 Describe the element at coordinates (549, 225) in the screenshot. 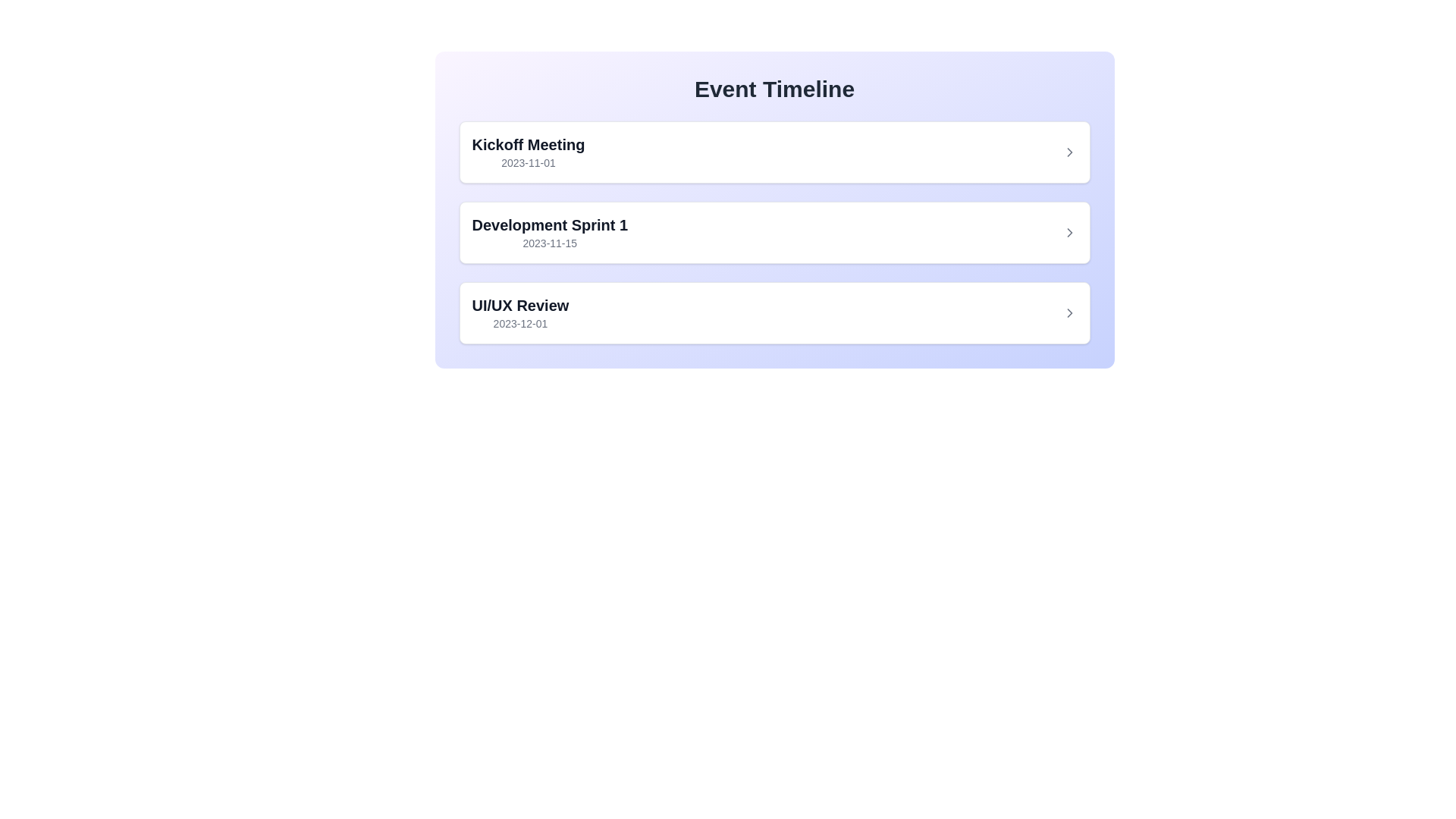

I see `the headline text element that describes the event, located above the date '2023-11-15' and below the 'Kickoff Meeting' entry in the event timeline` at that location.